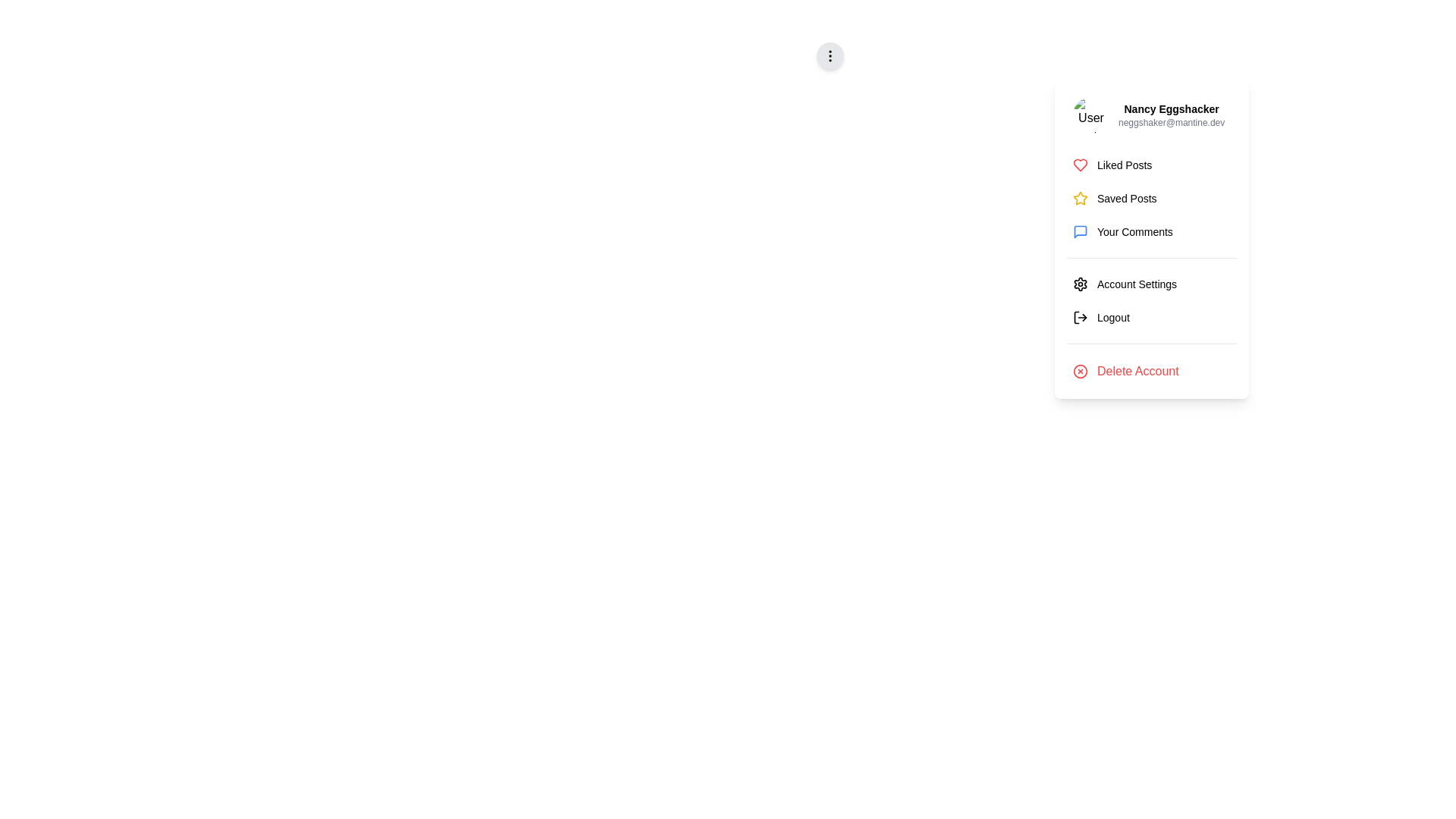 This screenshot has width=1456, height=819. I want to click on the 'Saved Posts' navigation item, which features a yellow star icon and changes background color on hover, so click(1151, 198).